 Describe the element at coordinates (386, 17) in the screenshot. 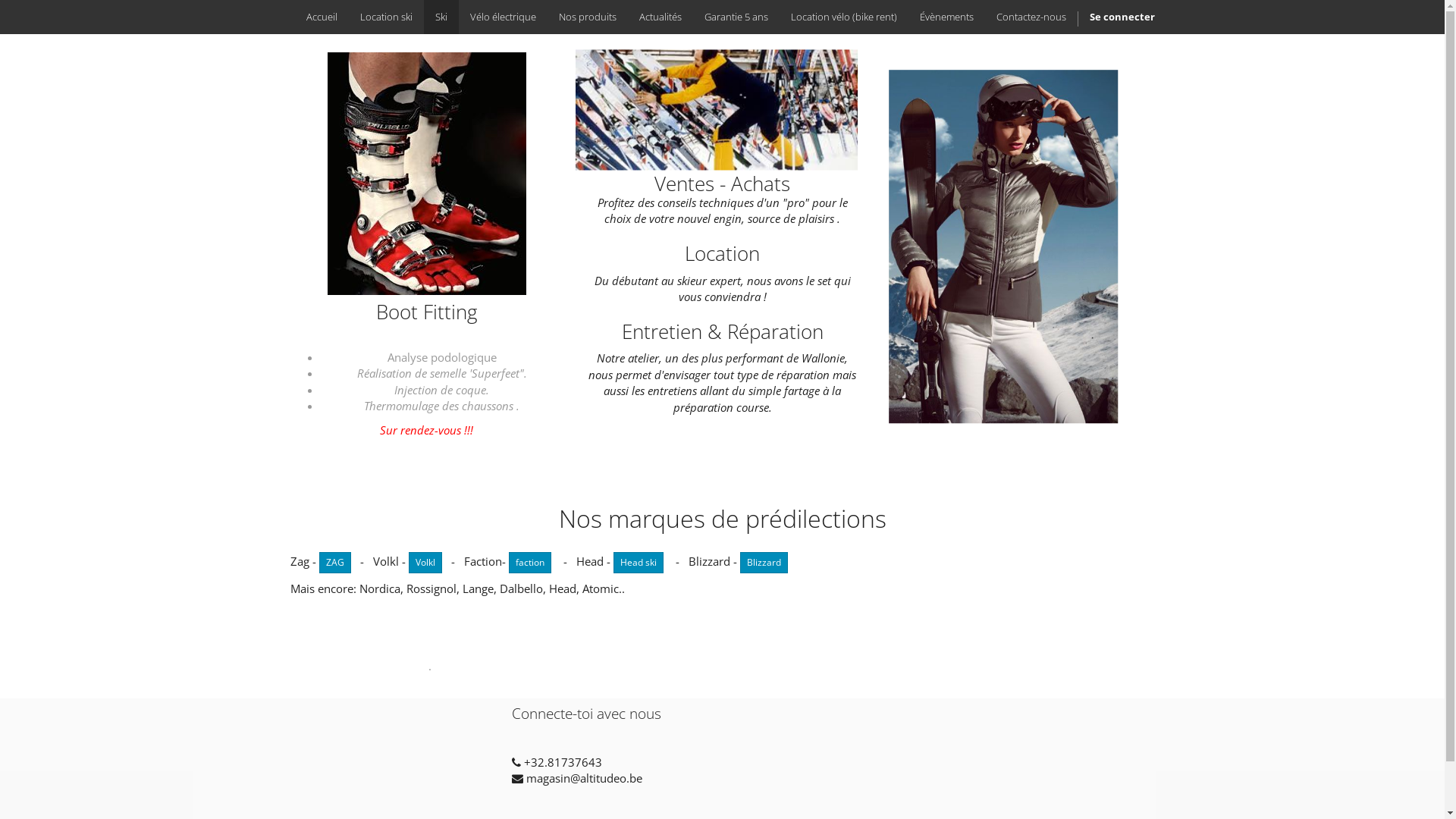

I see `'Location ski'` at that location.